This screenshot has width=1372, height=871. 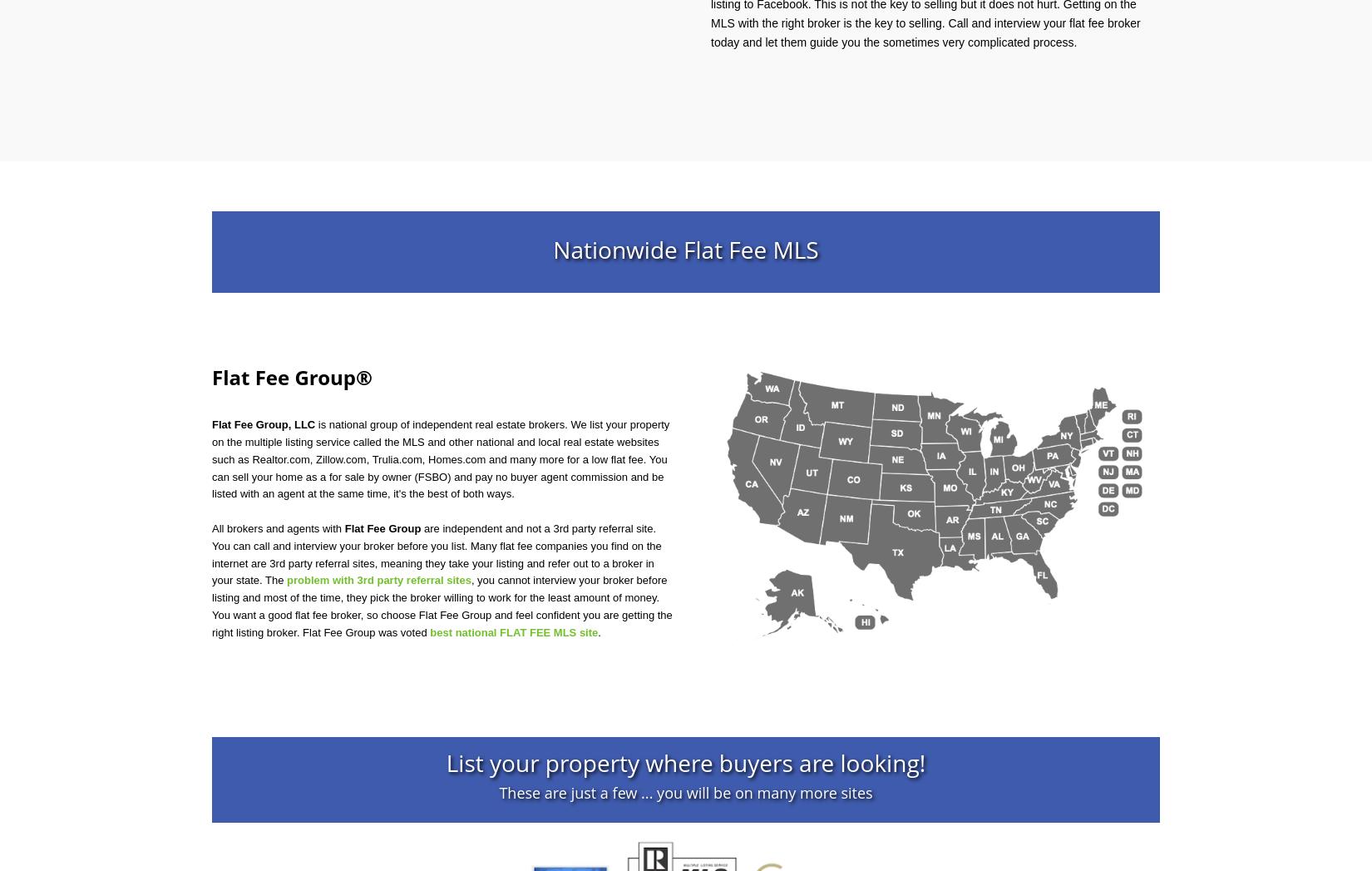 I want to click on '.', so click(x=598, y=631).